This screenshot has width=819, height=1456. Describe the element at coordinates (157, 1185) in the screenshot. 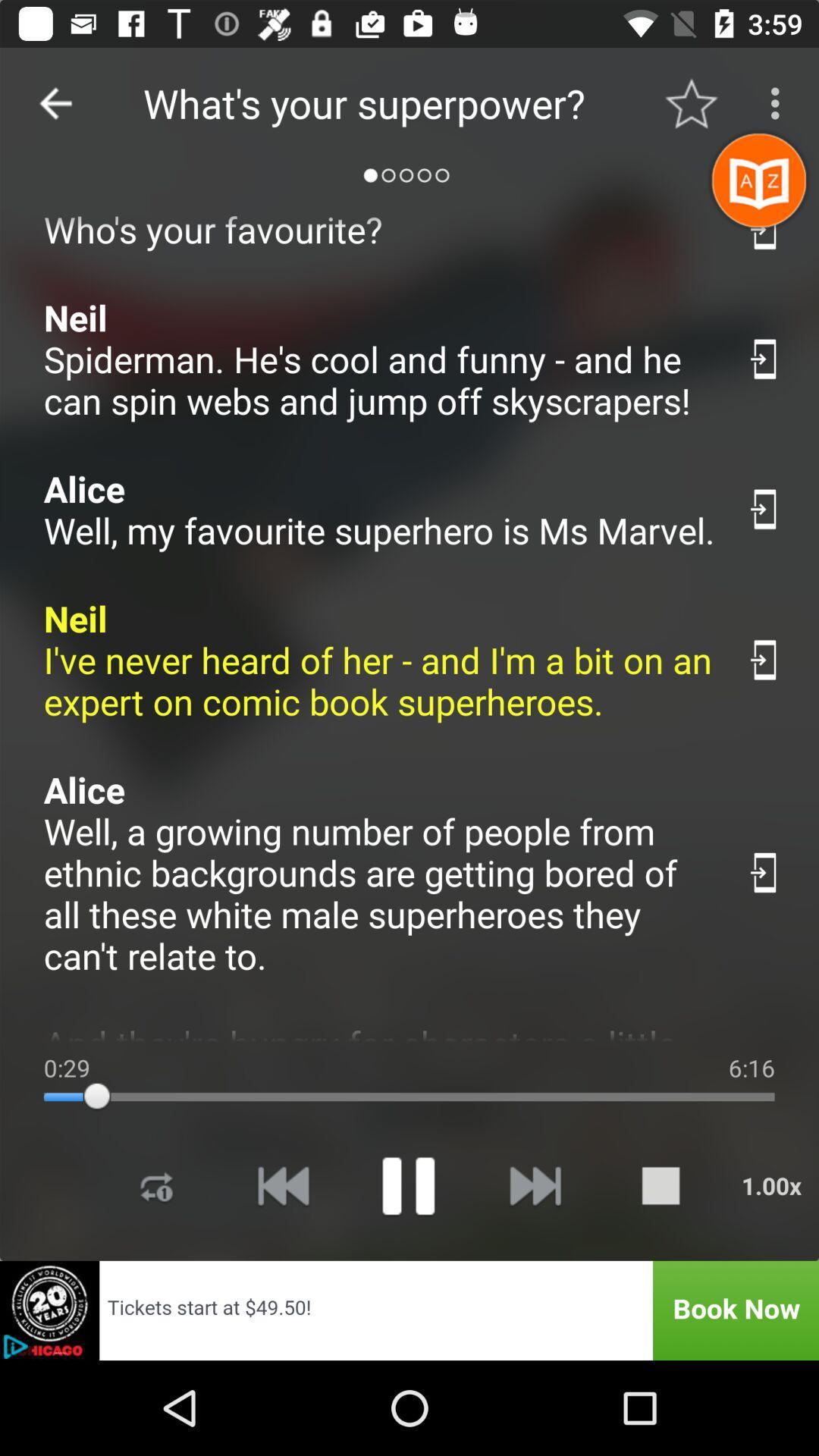

I see `repeat option` at that location.